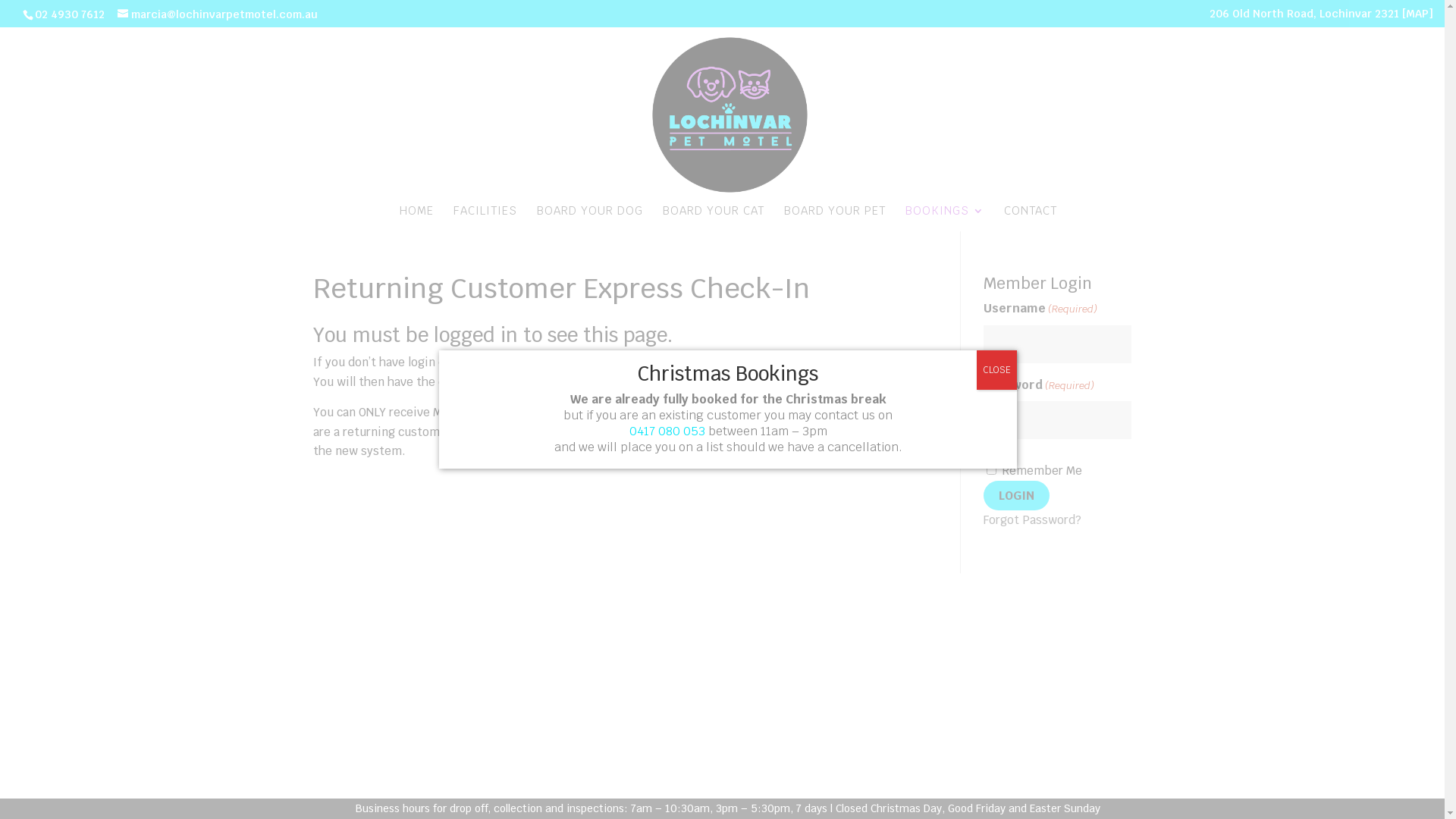  What do you see at coordinates (484, 218) in the screenshot?
I see `'FACILITIES'` at bounding box center [484, 218].